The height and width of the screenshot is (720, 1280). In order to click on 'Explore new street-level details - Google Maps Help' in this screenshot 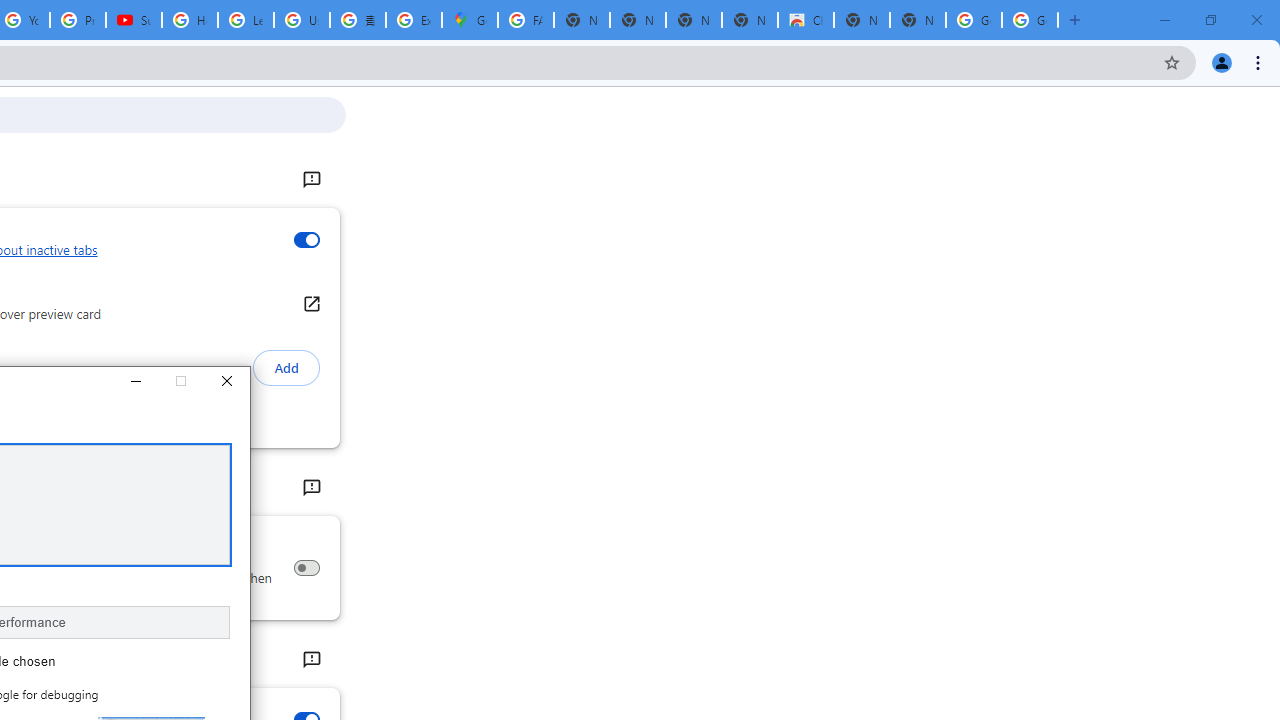, I will do `click(413, 20)`.